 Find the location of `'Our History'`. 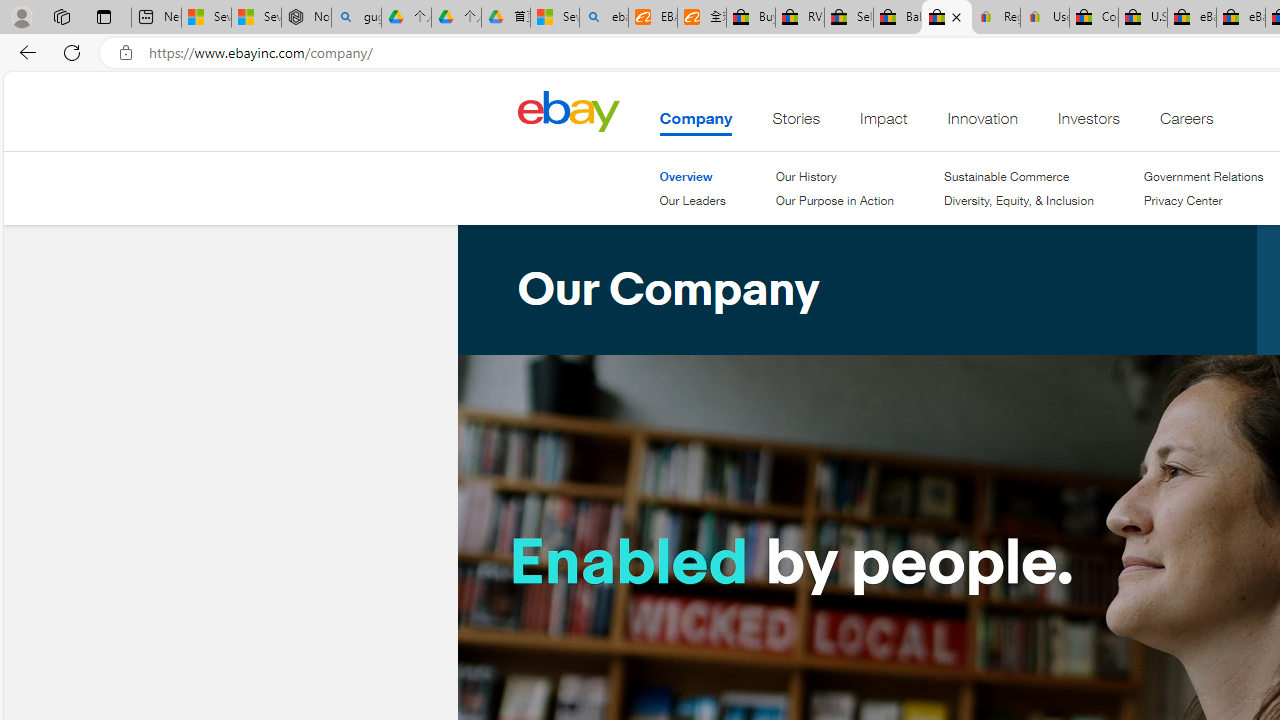

'Our History' is located at coordinates (833, 176).